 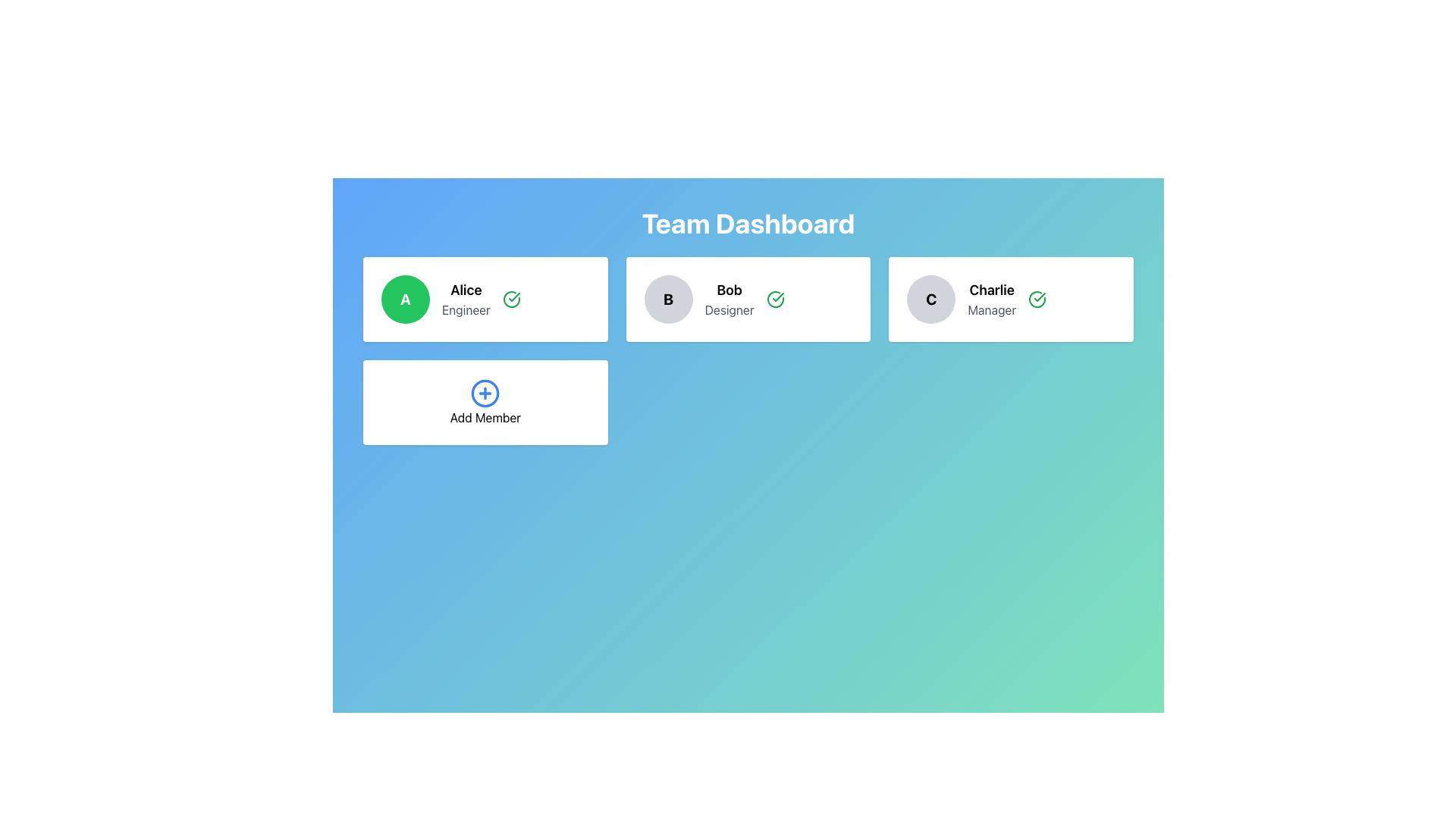 What do you see at coordinates (484, 418) in the screenshot?
I see `the card containing the text label that guides users` at bounding box center [484, 418].